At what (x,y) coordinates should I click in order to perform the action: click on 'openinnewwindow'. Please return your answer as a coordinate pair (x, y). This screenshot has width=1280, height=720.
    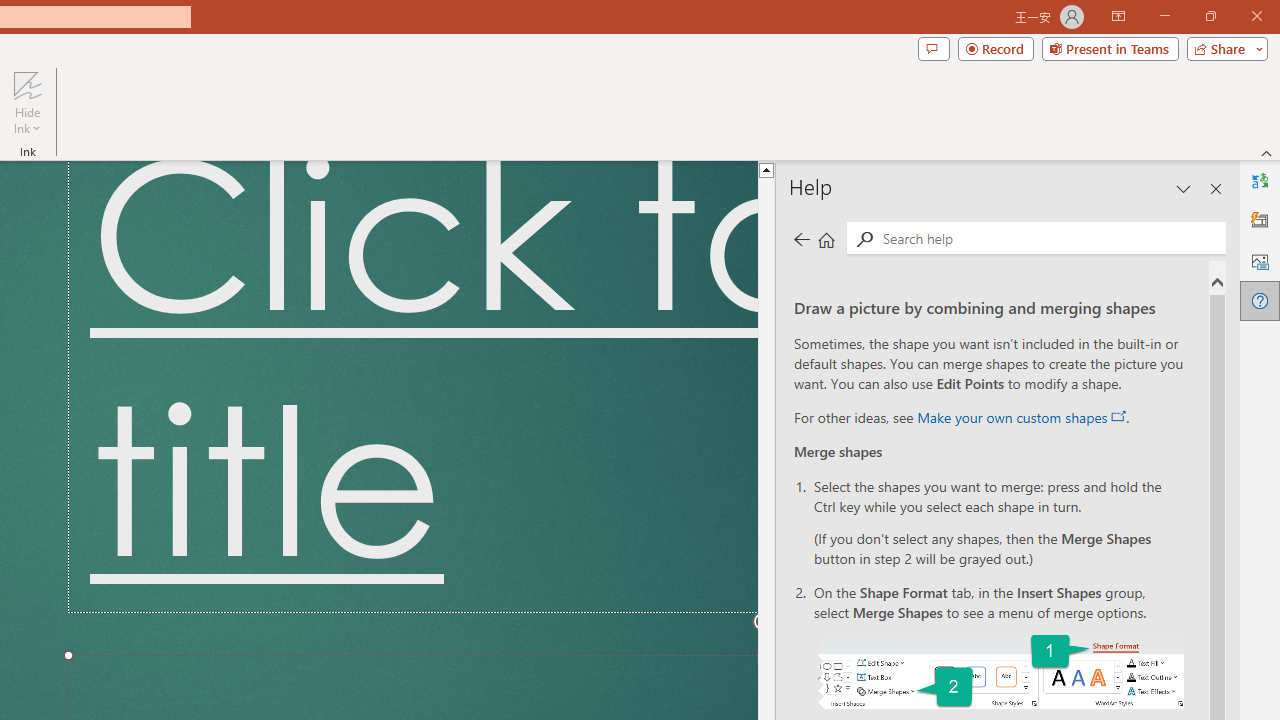
    Looking at the image, I should click on (1117, 415).